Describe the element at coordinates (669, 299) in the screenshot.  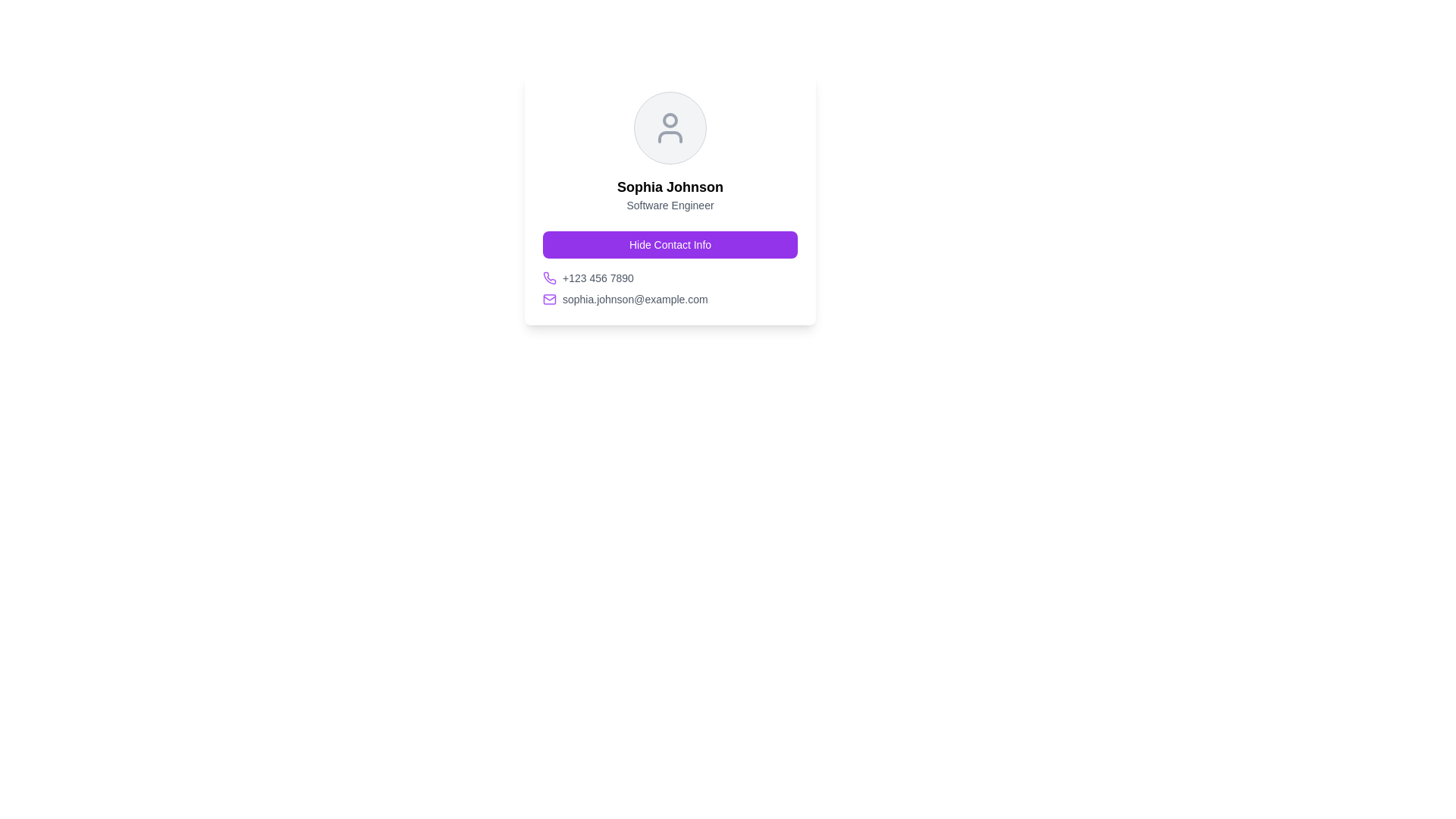
I see `the email address display element located below the phone number in the lower section of the card layout` at that location.